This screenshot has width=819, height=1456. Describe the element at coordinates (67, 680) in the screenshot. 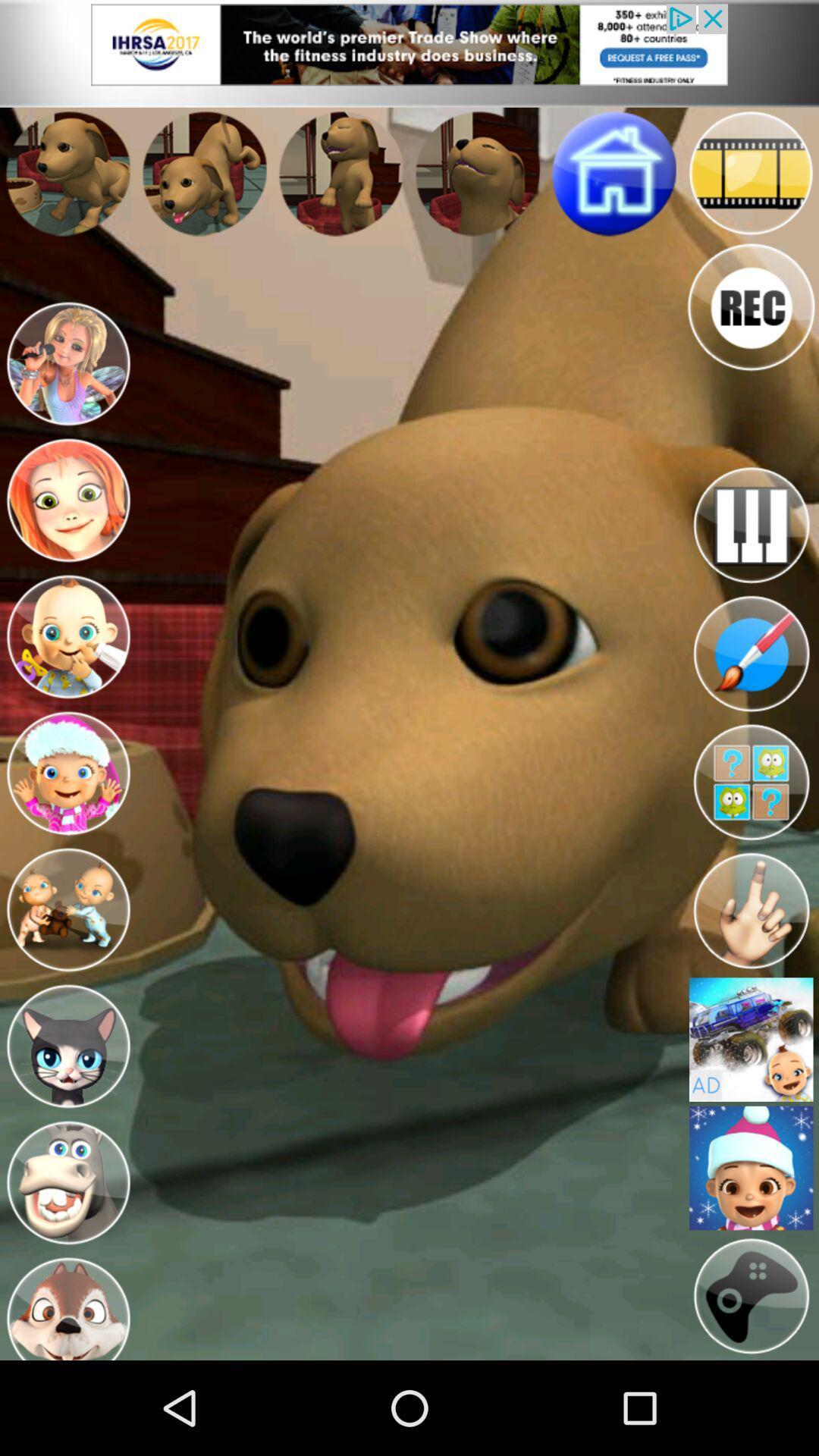

I see `the avatar icon` at that location.